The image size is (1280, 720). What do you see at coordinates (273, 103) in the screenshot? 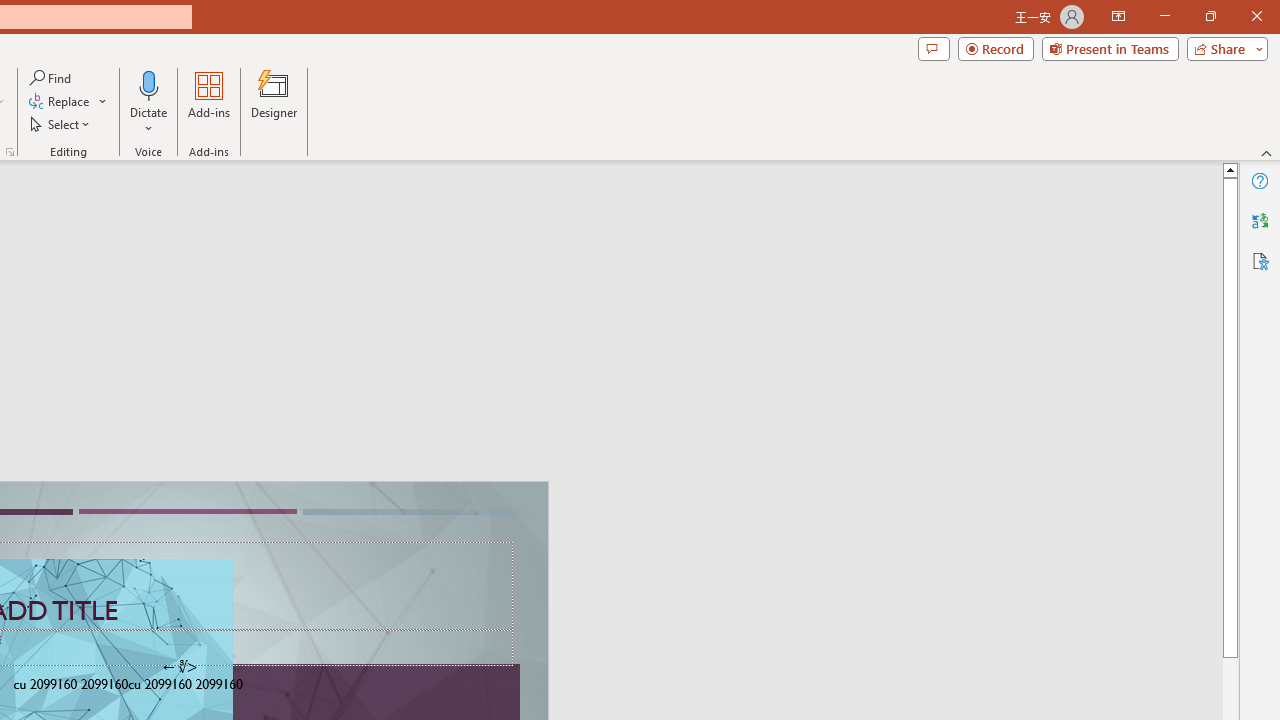
I see `'Designer'` at bounding box center [273, 103].